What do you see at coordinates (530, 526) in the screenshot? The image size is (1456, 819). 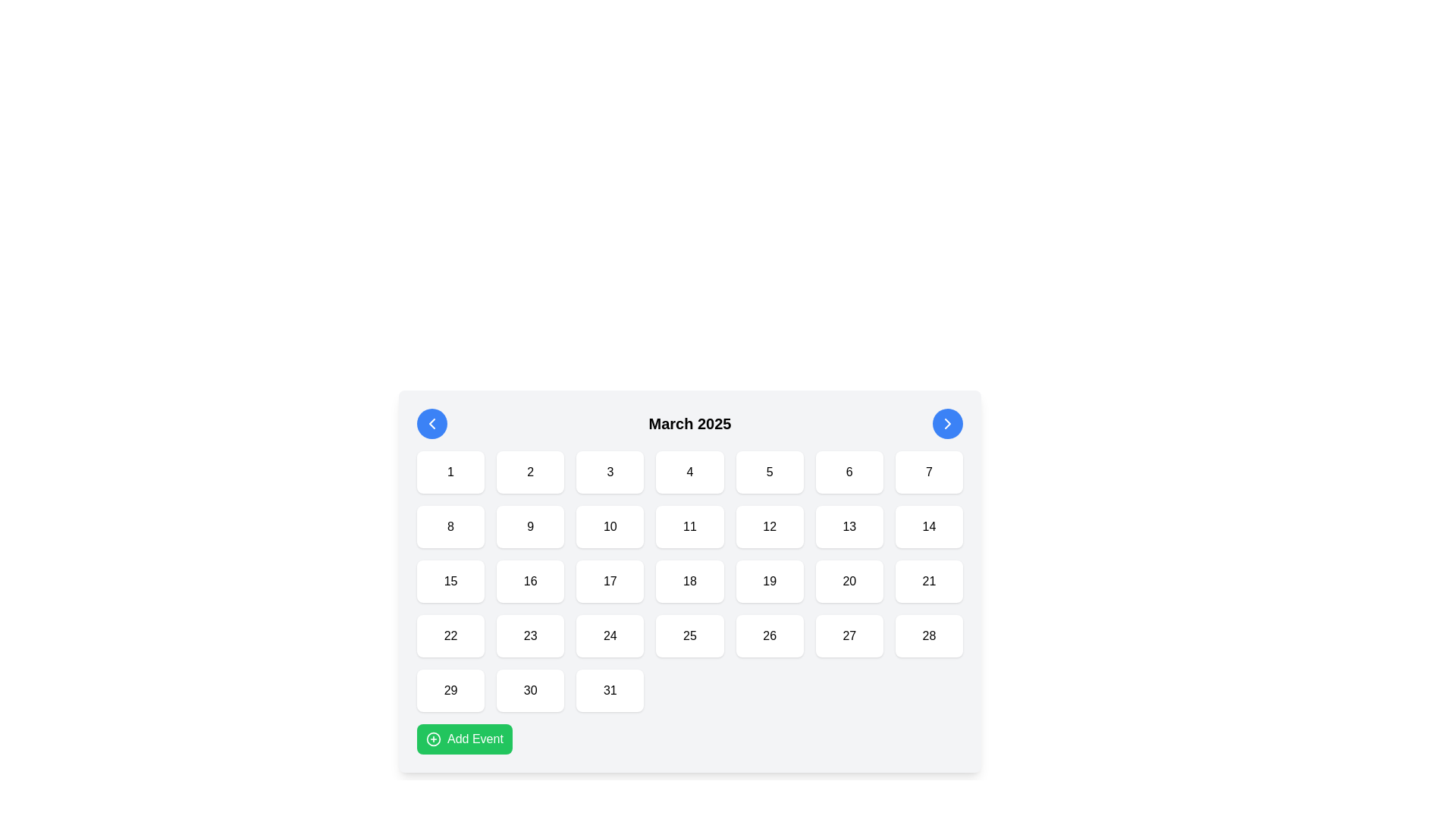 I see `the button representing the 9th day of the month in the calendar grid` at bounding box center [530, 526].